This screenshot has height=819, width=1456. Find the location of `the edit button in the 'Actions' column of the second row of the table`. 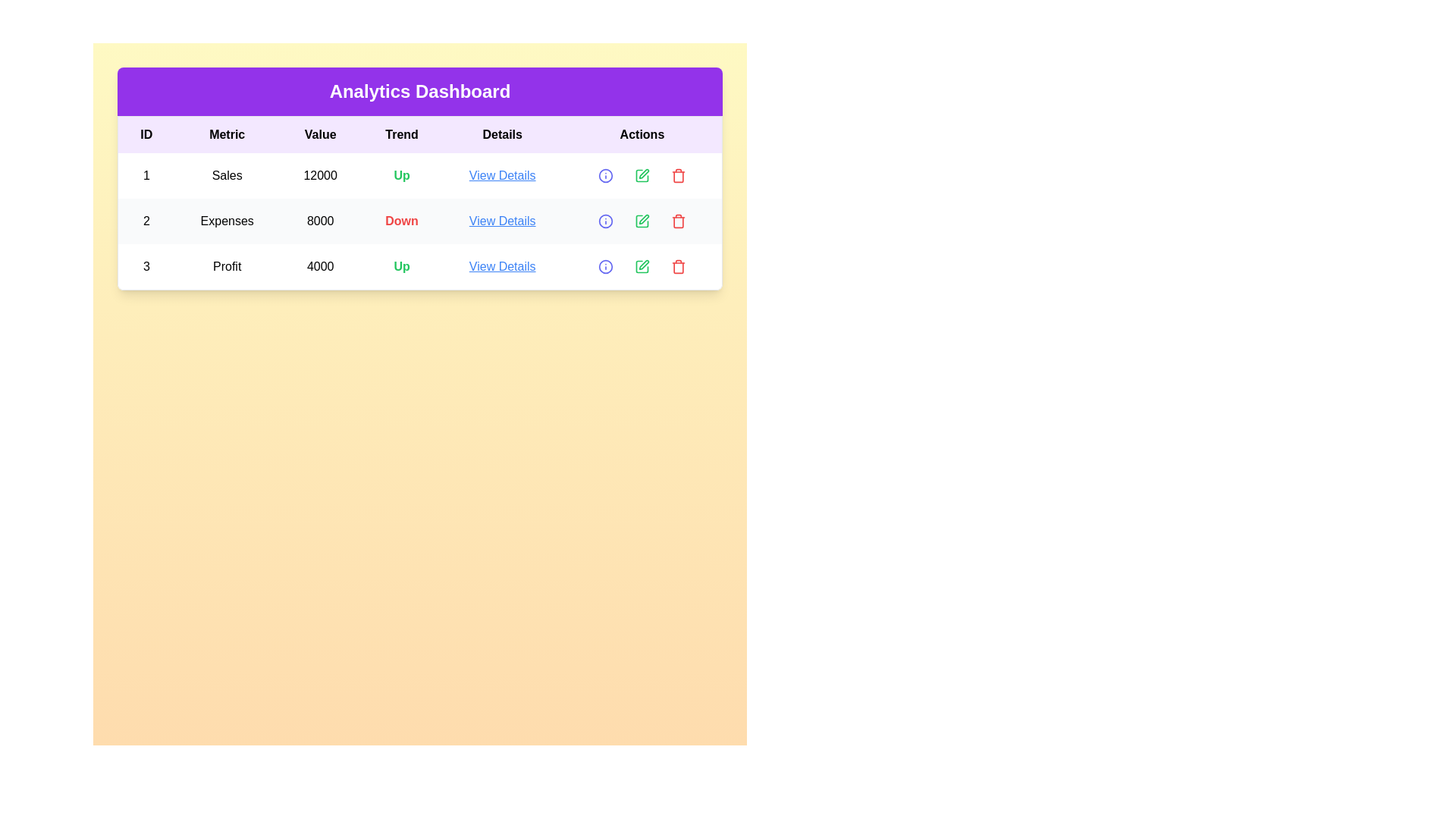

the edit button in the 'Actions' column of the second row of the table is located at coordinates (644, 219).